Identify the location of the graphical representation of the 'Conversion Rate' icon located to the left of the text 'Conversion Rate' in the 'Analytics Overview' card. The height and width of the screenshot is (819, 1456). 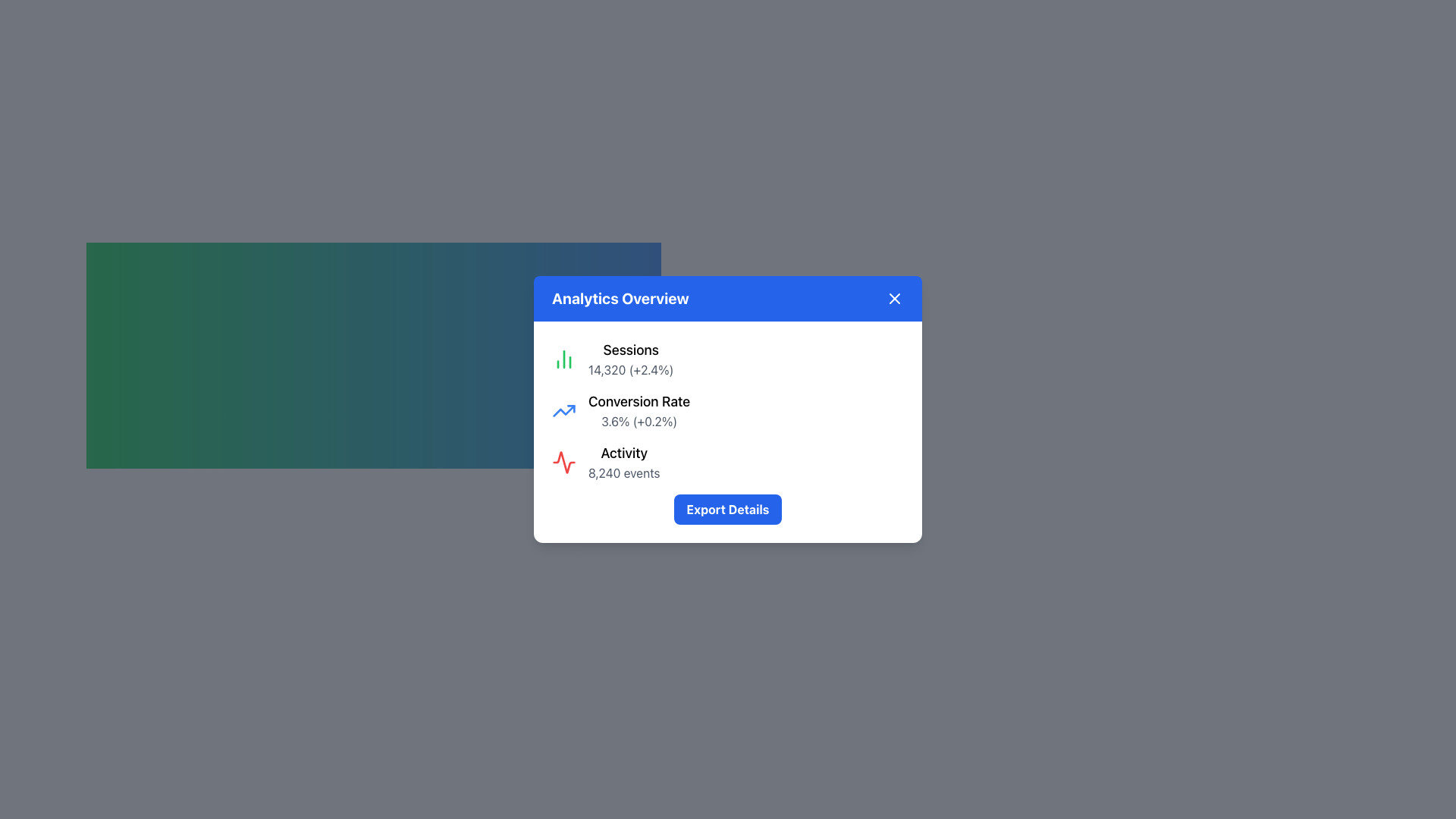
(563, 411).